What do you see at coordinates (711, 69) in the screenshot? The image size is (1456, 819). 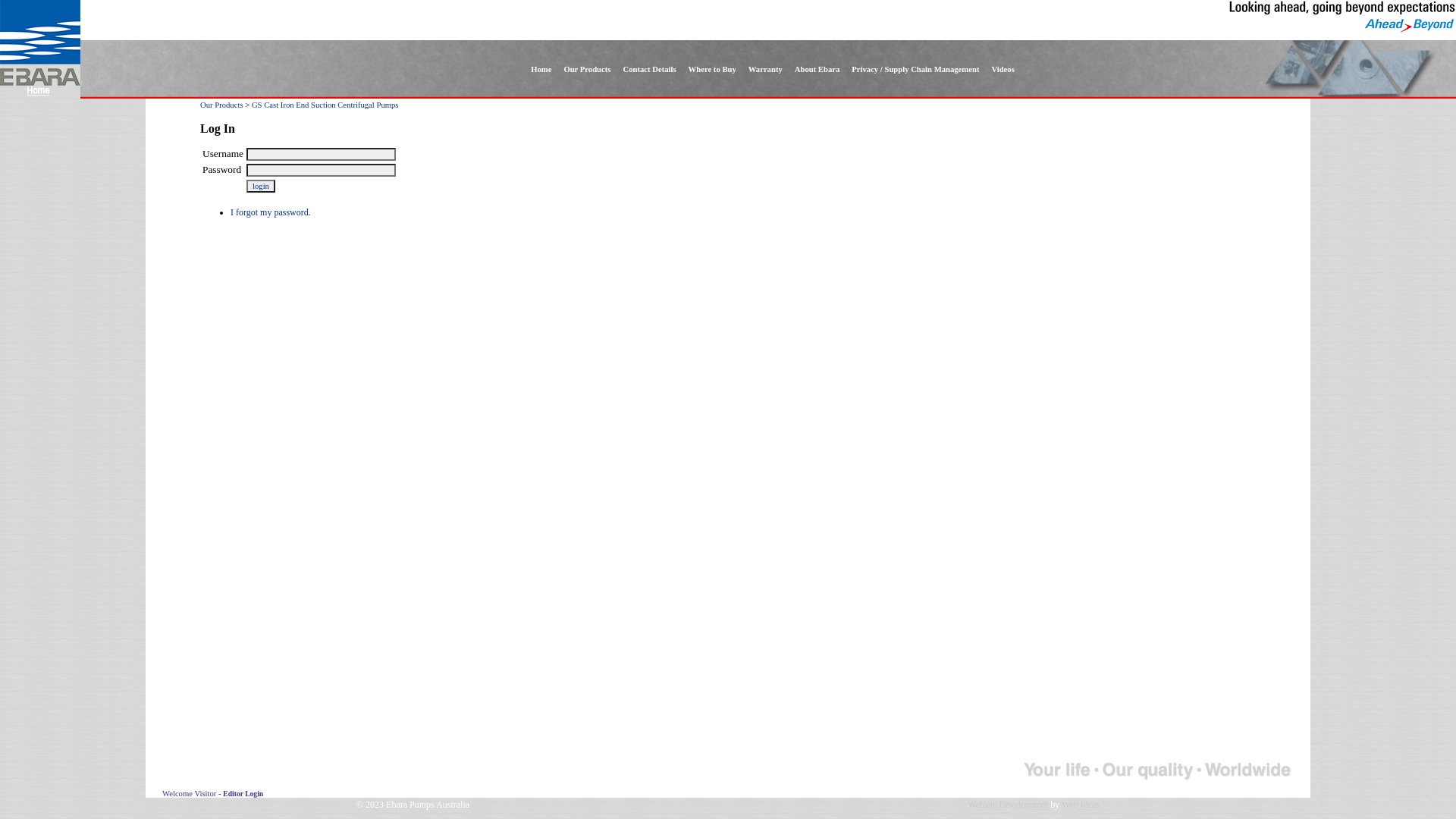 I see `'Where to Buy'` at bounding box center [711, 69].